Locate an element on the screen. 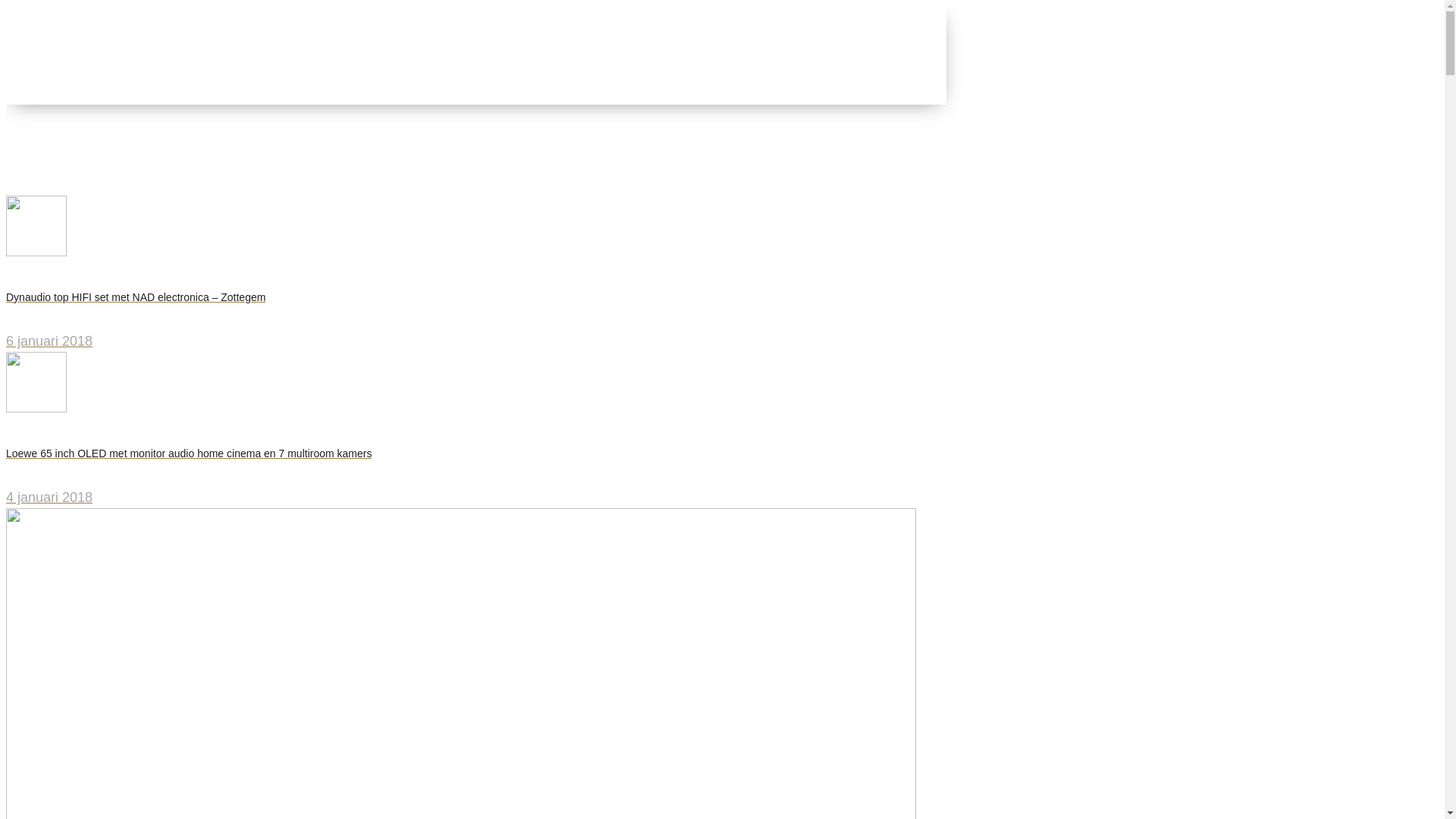 This screenshot has height=819, width=1456. 'Maatmeubel met sonos playbar en Samsung Qled' is located at coordinates (36, 171).